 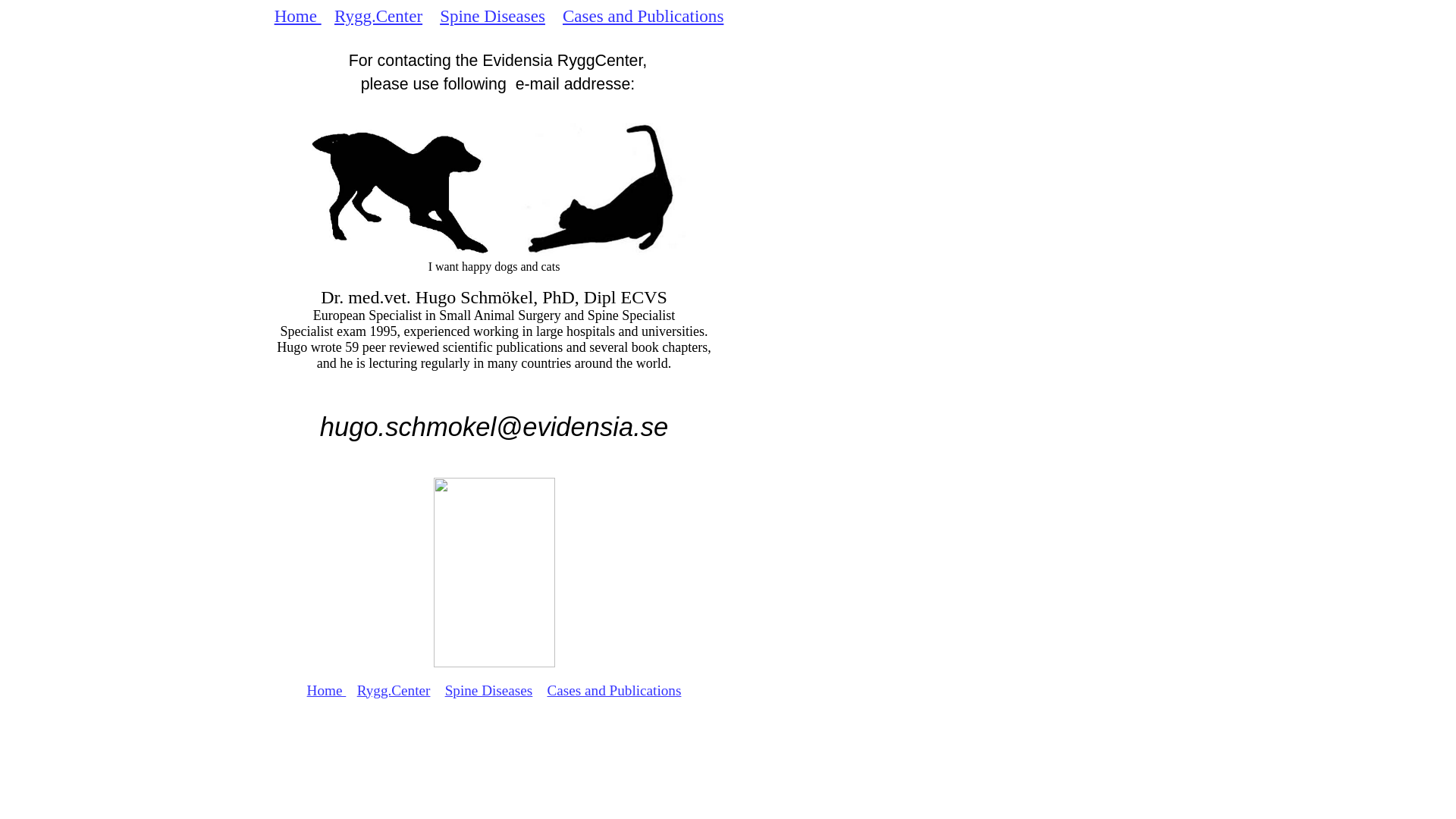 I want to click on 'Home', so click(x=326, y=690).